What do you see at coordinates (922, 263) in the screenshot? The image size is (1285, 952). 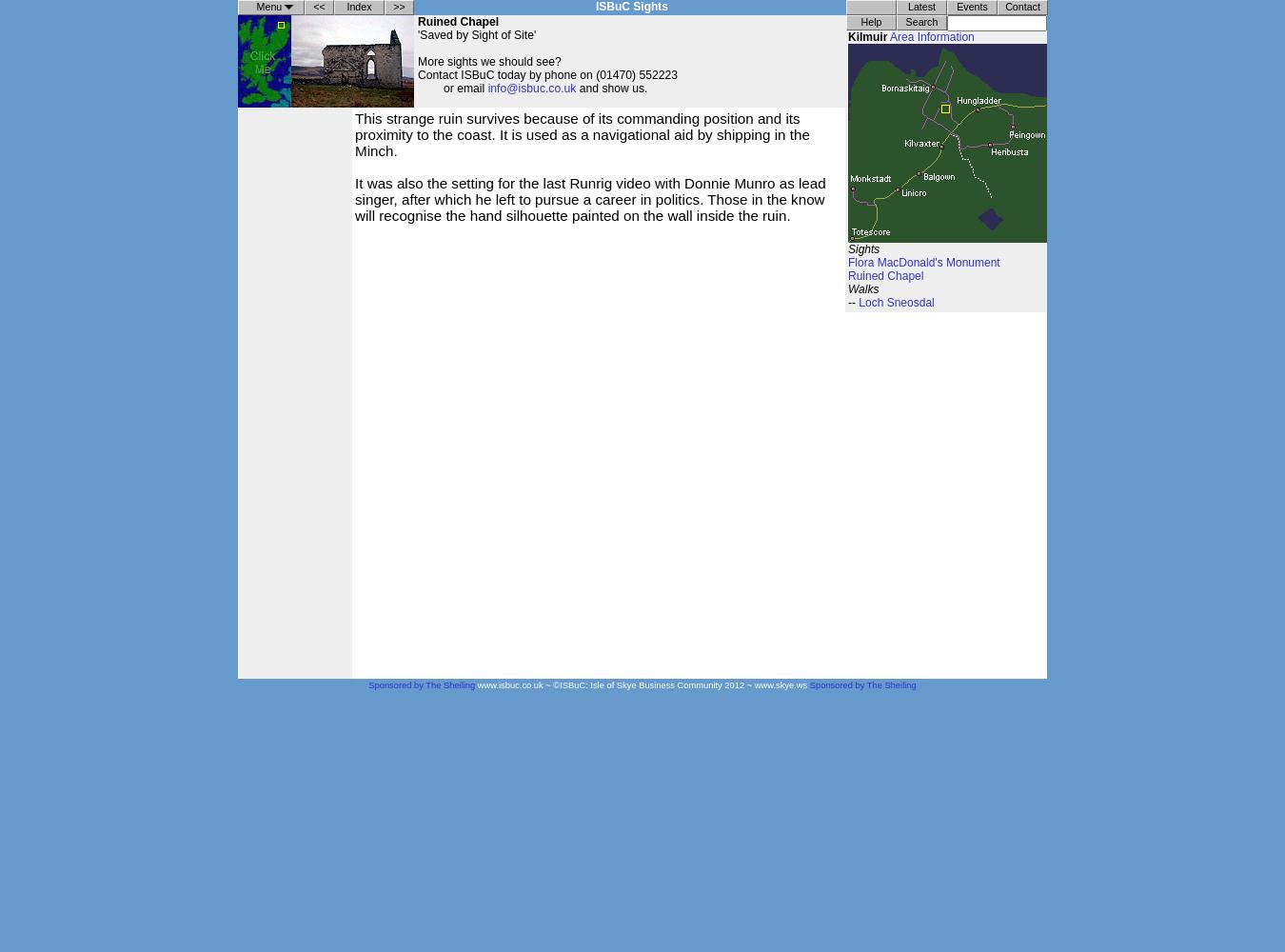 I see `'Flora MacDonald's Monument'` at bounding box center [922, 263].